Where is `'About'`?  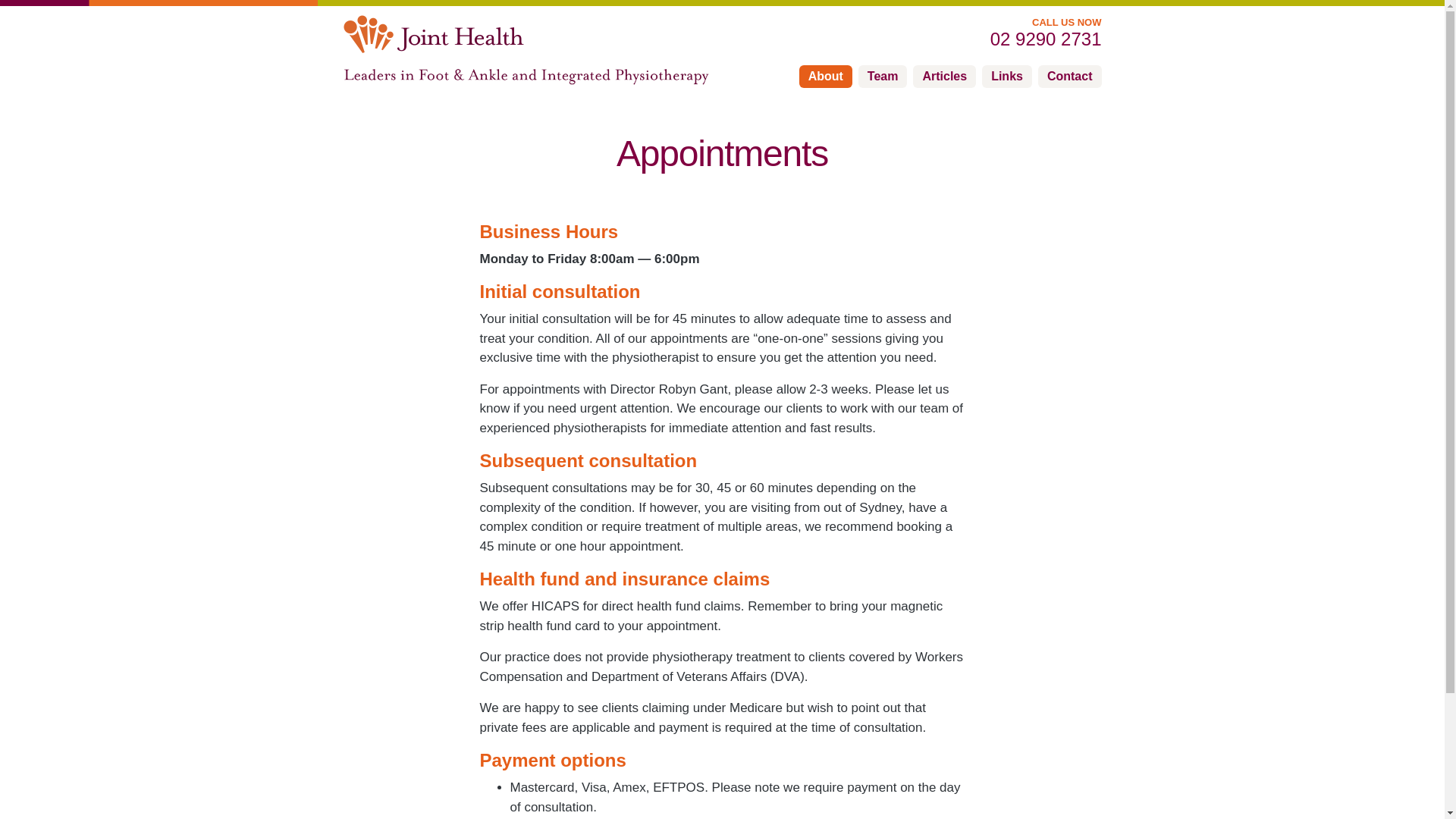
'About' is located at coordinates (799, 76).